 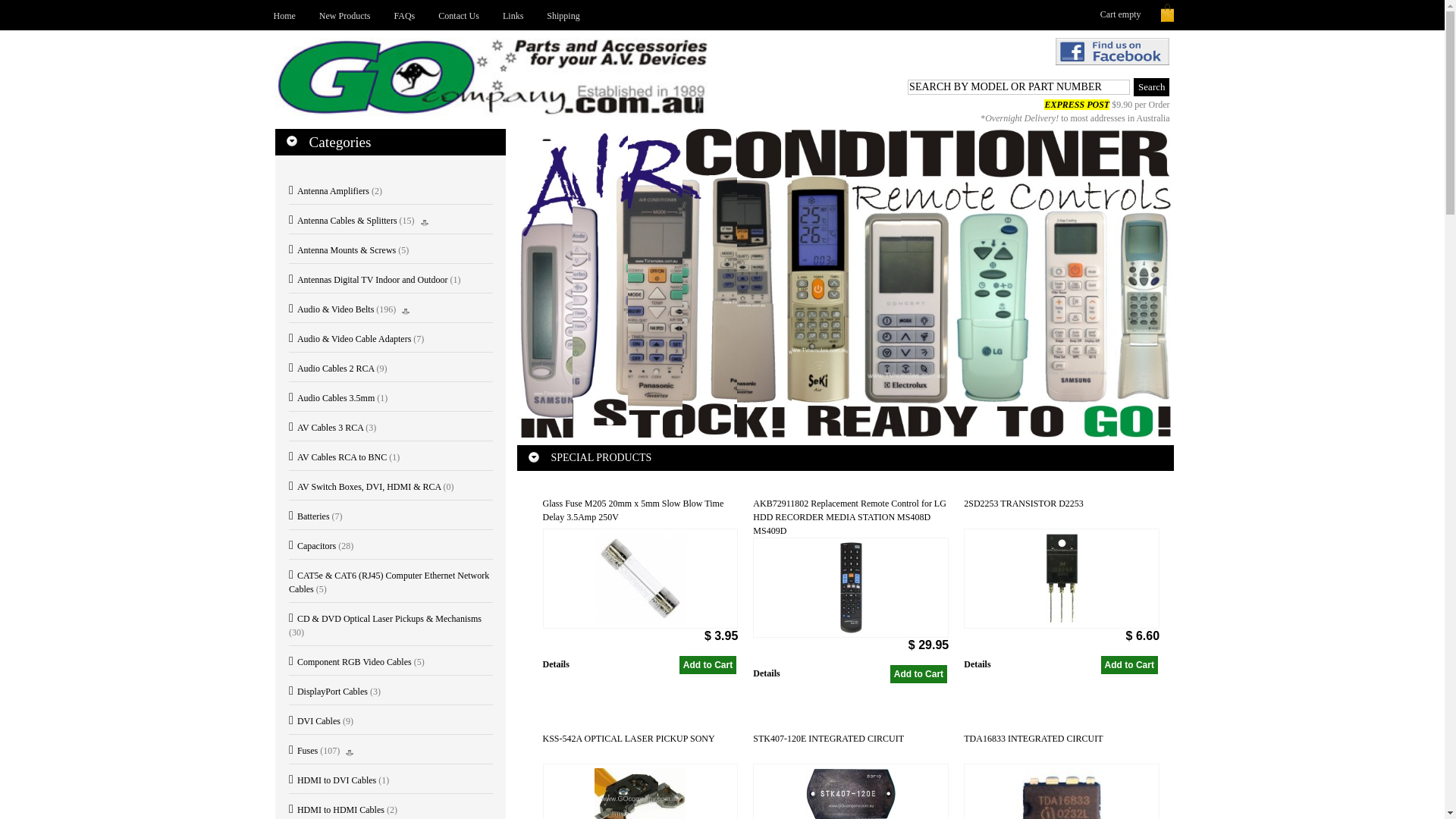 I want to click on 'Audio & Video Cable Adapters', so click(x=349, y=338).